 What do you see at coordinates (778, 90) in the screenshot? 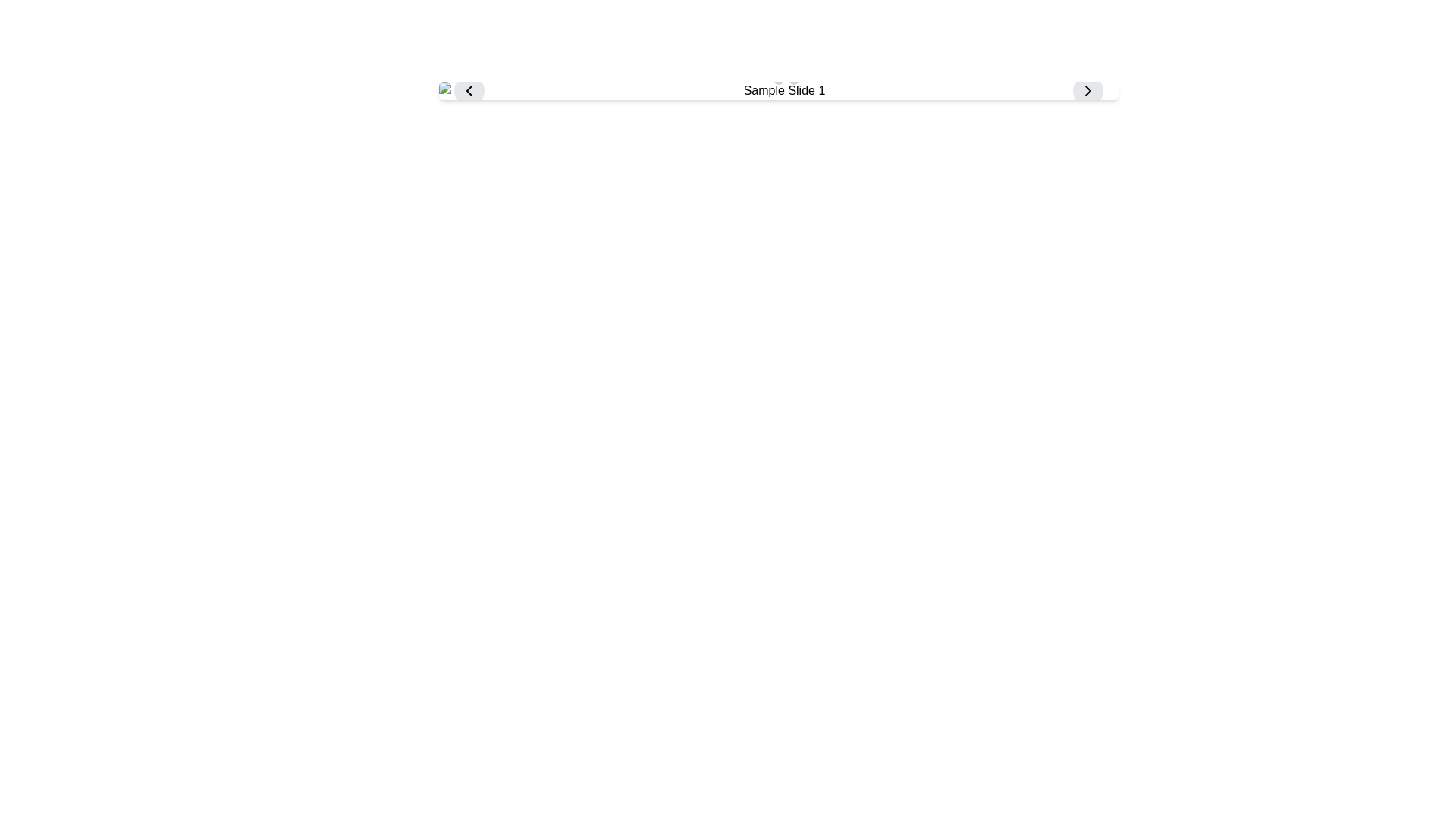
I see `the static text element that displays the current slide's title or index, located centrally between two button-like elements on a horizontal bar at the top of a white background area` at bounding box center [778, 90].